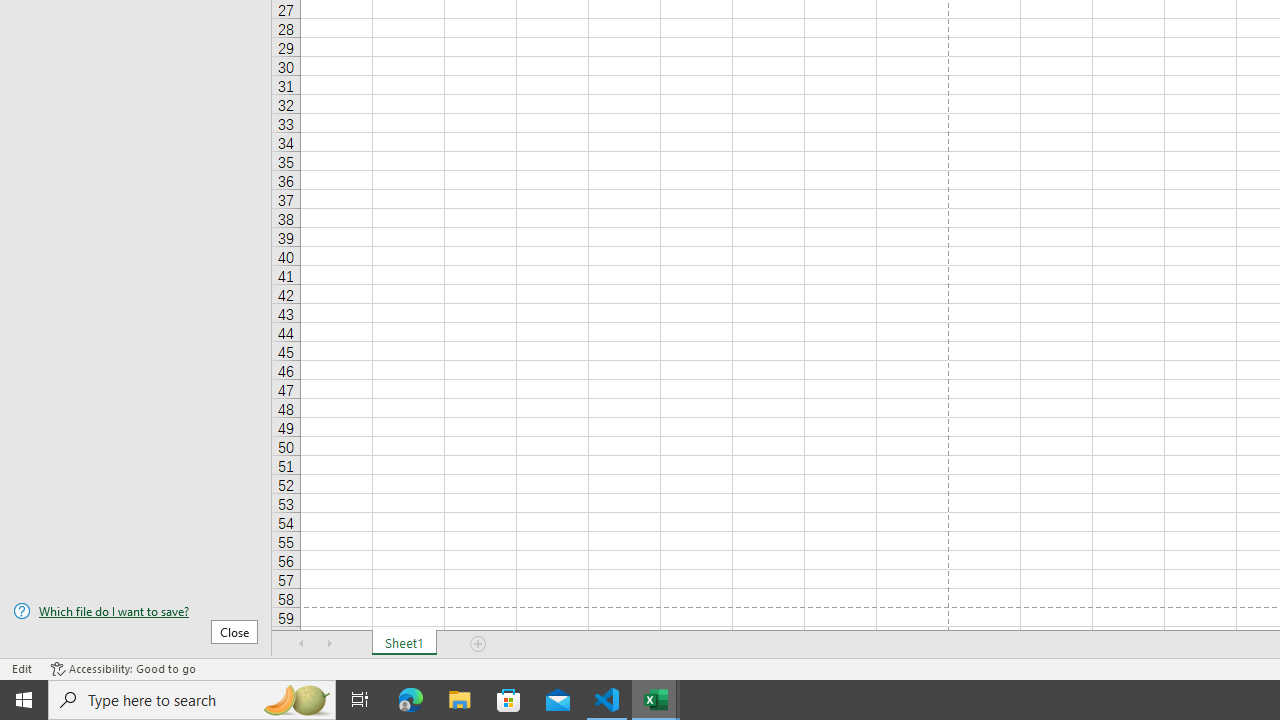 The height and width of the screenshot is (720, 1280). I want to click on 'Add Sheet', so click(477, 644).